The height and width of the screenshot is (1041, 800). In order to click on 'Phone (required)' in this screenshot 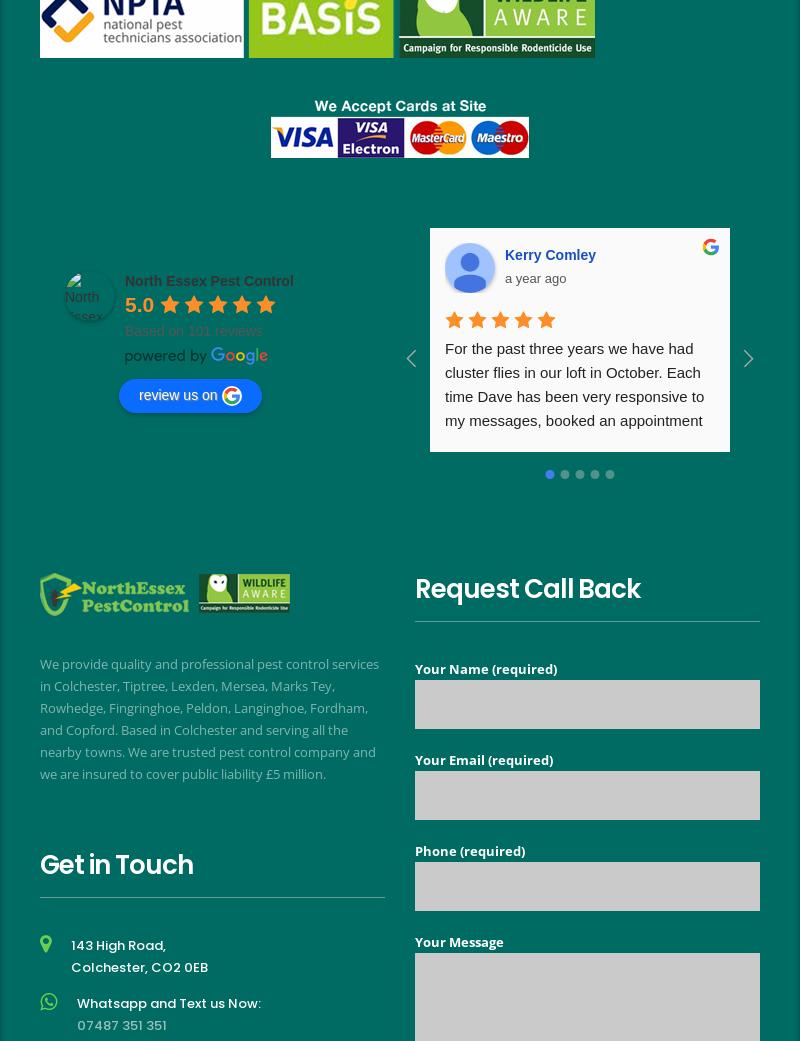, I will do `click(470, 848)`.